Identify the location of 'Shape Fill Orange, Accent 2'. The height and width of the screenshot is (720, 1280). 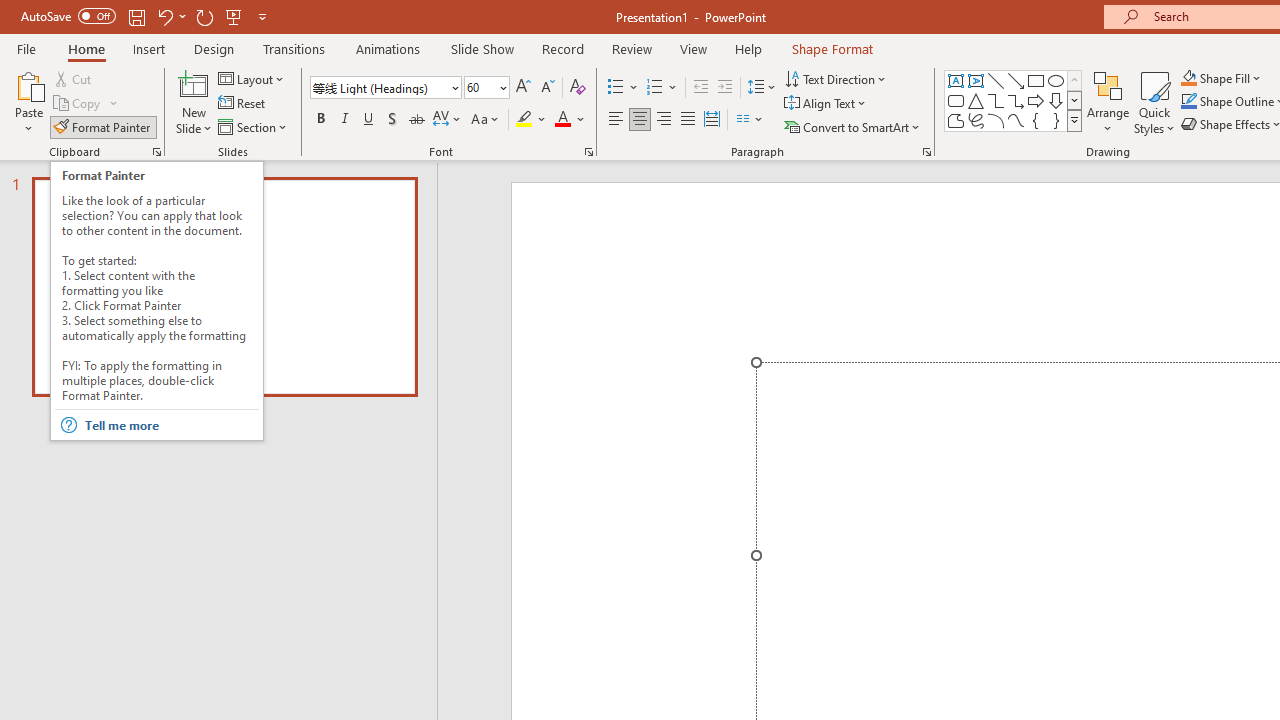
(1189, 77).